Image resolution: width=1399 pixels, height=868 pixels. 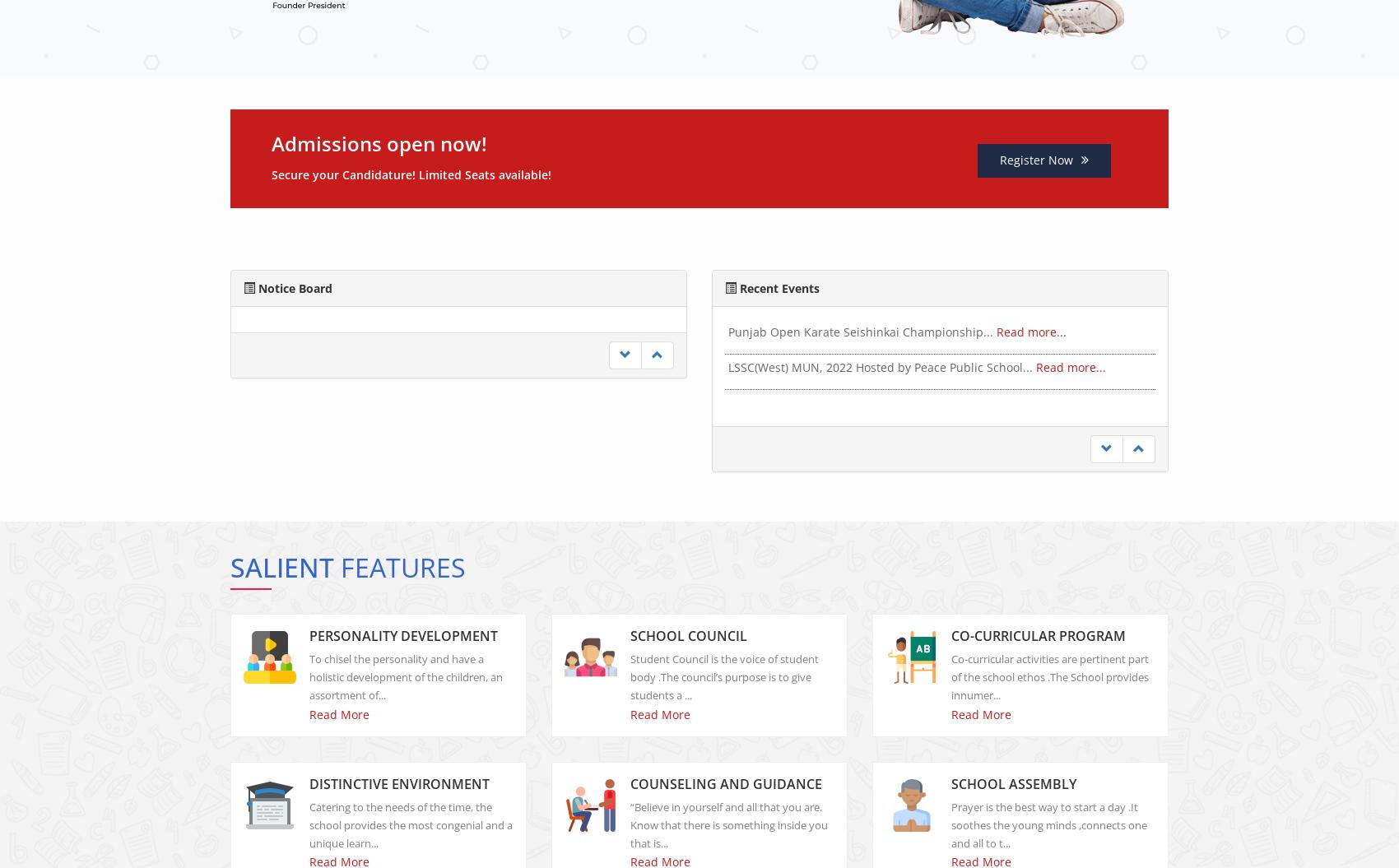 What do you see at coordinates (782, 366) in the screenshot?
I see `'Fruit Chaat Party!...'` at bounding box center [782, 366].